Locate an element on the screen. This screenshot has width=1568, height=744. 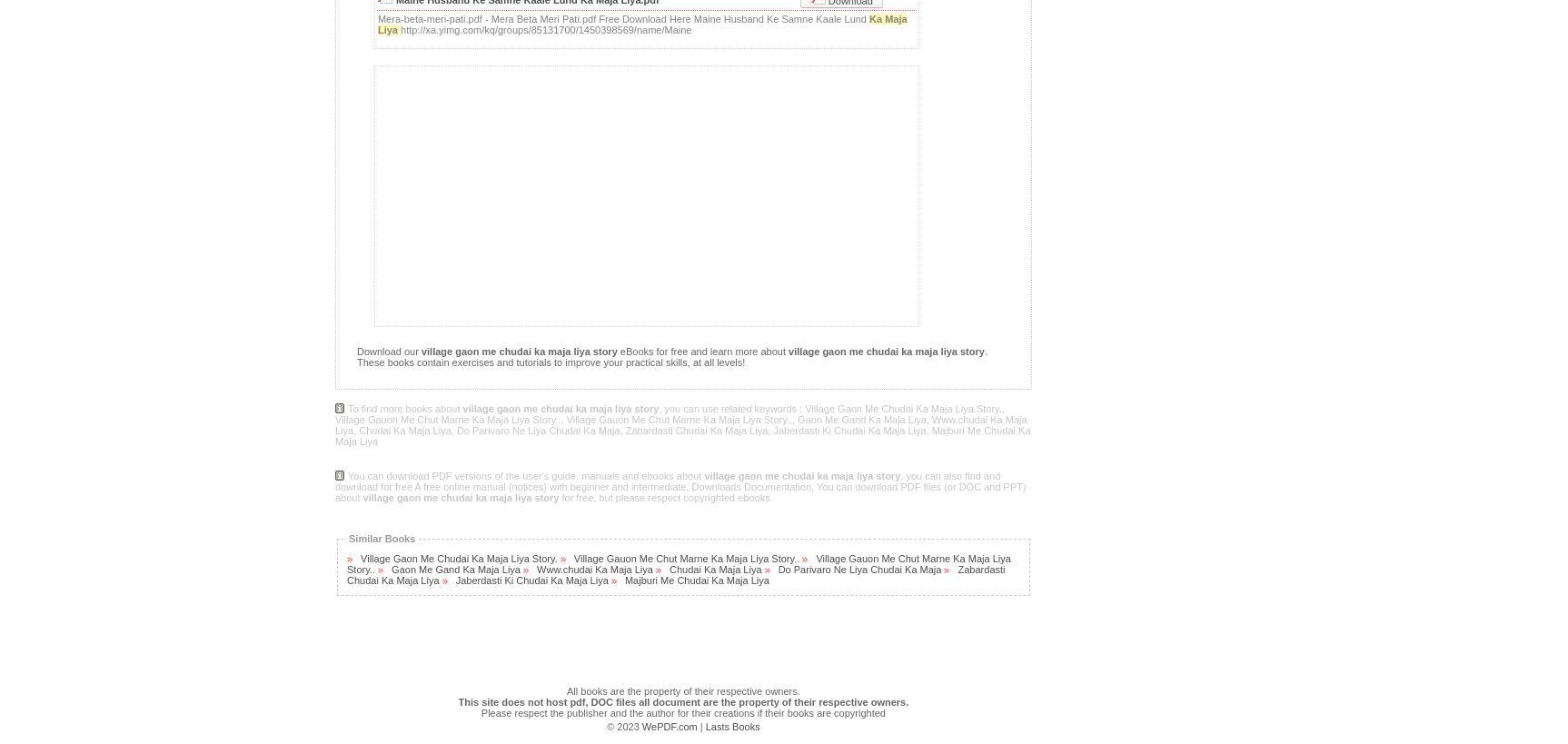
', you can use related keywords : Village Gaon Me Chudai Ka Maja Liya Story., Village Gauon Me Chut Marne Ka Maja Liya Story.., Village Gauon Me Chut Marne Ka Maja Liya Story.., Gaon Me Gand Ka Maja Liya, Www.chudai Ka Maja Liya, Chudai Ka Maja Liya, Do Parivaro Ne Liya Chudai Ka Maja, Zabardasti Chudai Ka Maja Liya, Jaberdasti Ki Chudai Ka Maja Liya, Majburi Me Chudai Ka Maja Liya' is located at coordinates (682, 424).